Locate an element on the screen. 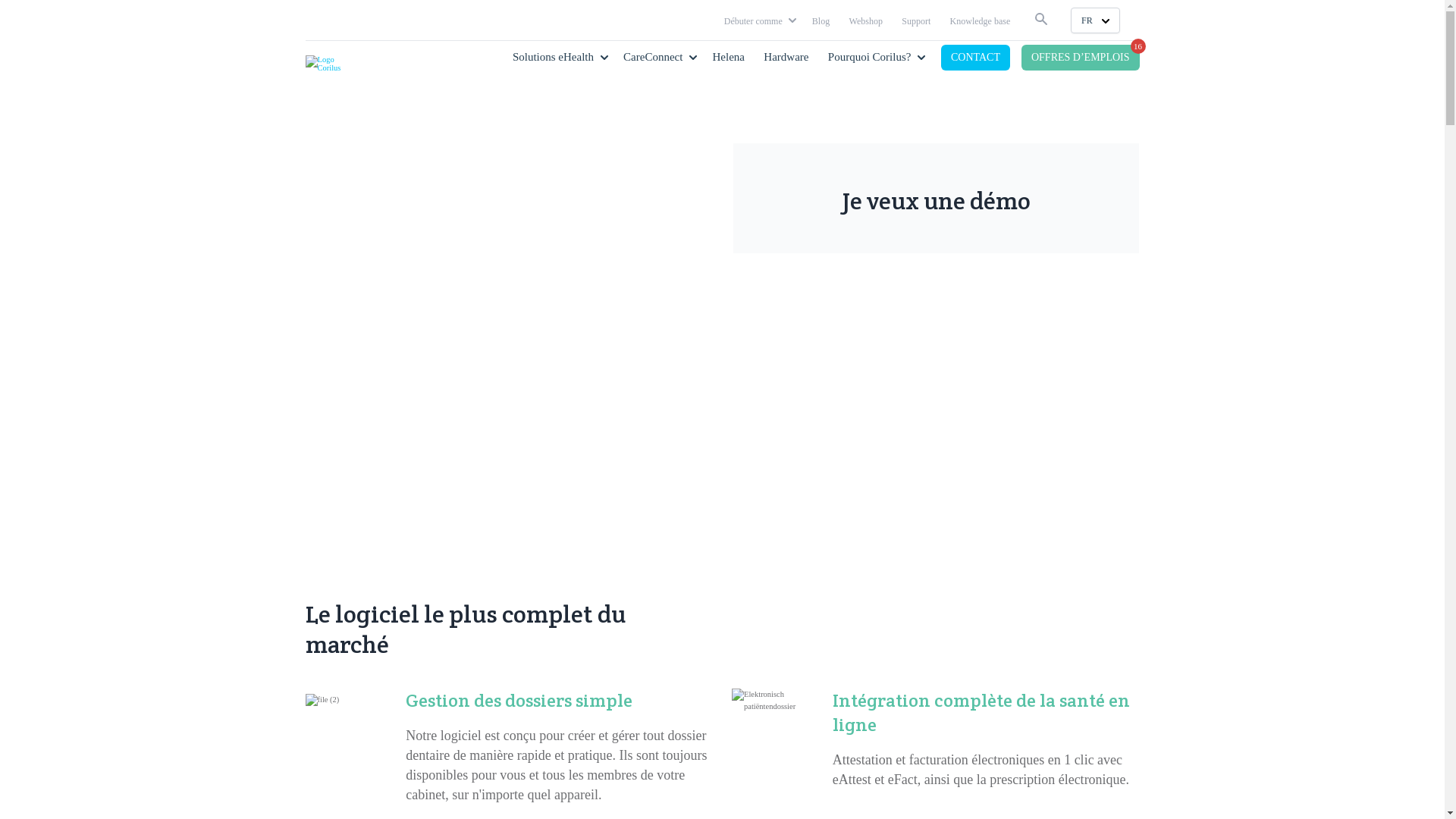 Image resolution: width=1456 pixels, height=819 pixels. 'Support' is located at coordinates (915, 20).